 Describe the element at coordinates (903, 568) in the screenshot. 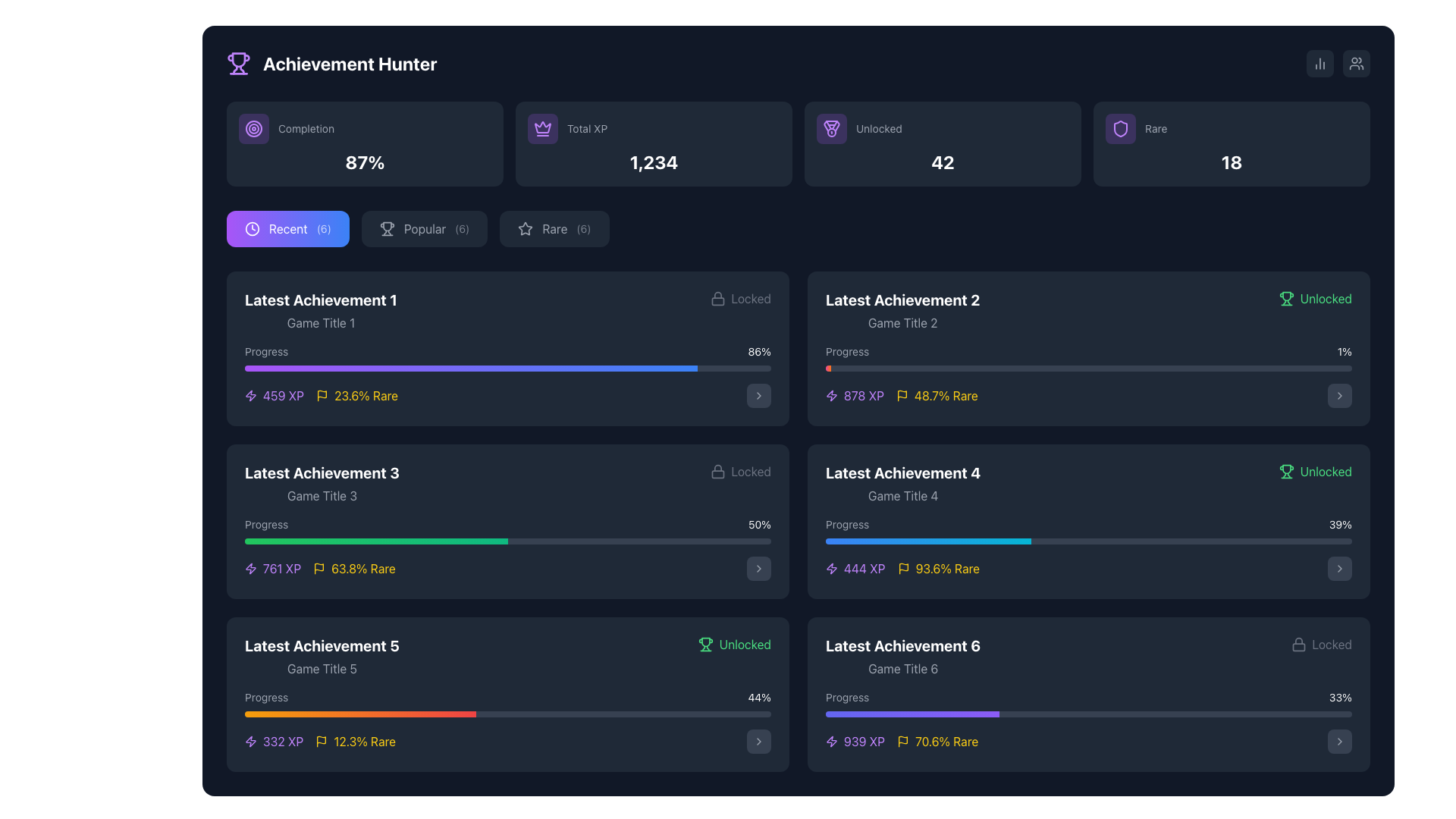

I see `the yellow flag icon located to the left of the '93.6% Rare' text in the 'Latest Achievement 4' section of the achievement list` at that location.